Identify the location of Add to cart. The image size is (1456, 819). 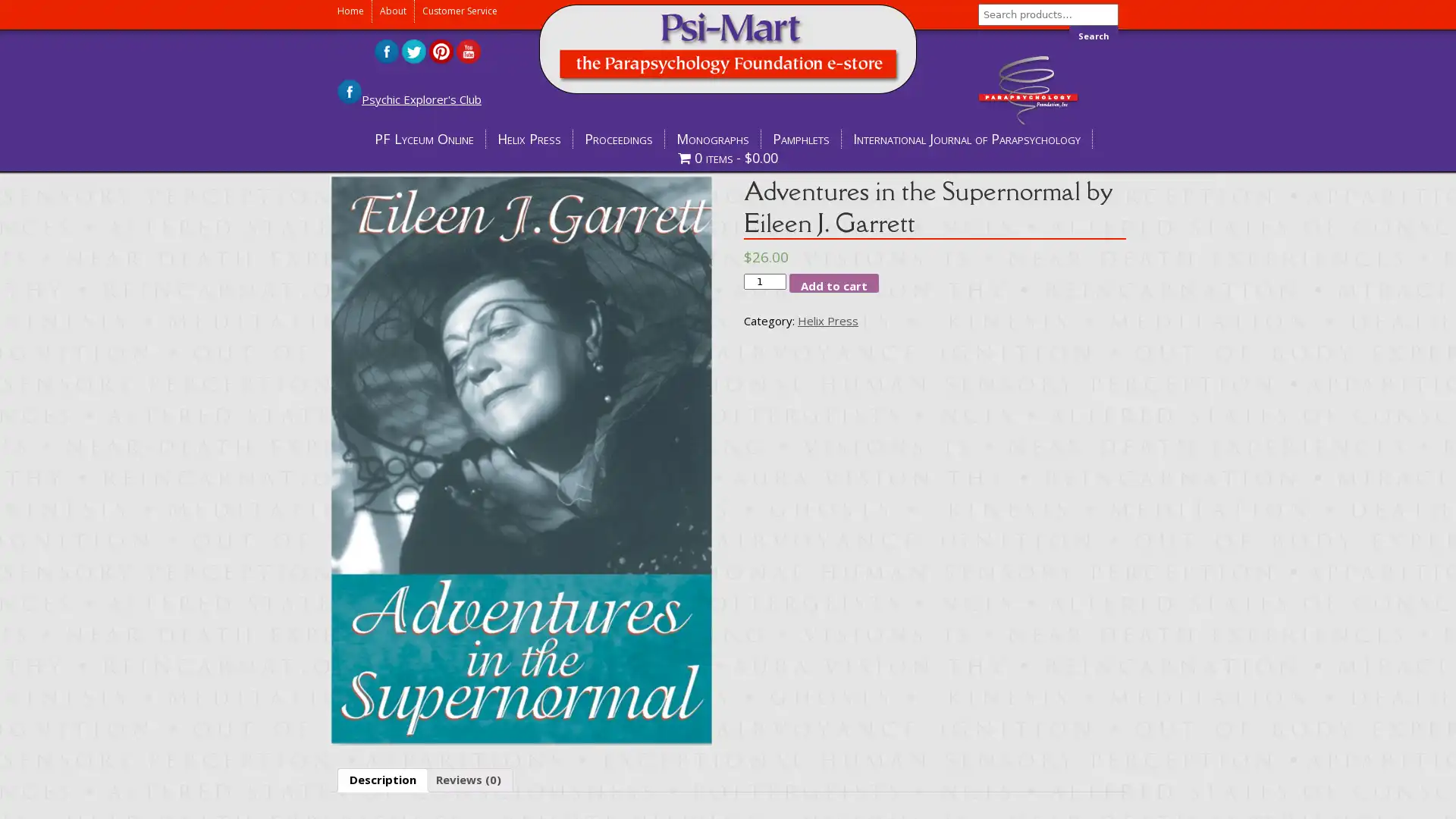
(833, 283).